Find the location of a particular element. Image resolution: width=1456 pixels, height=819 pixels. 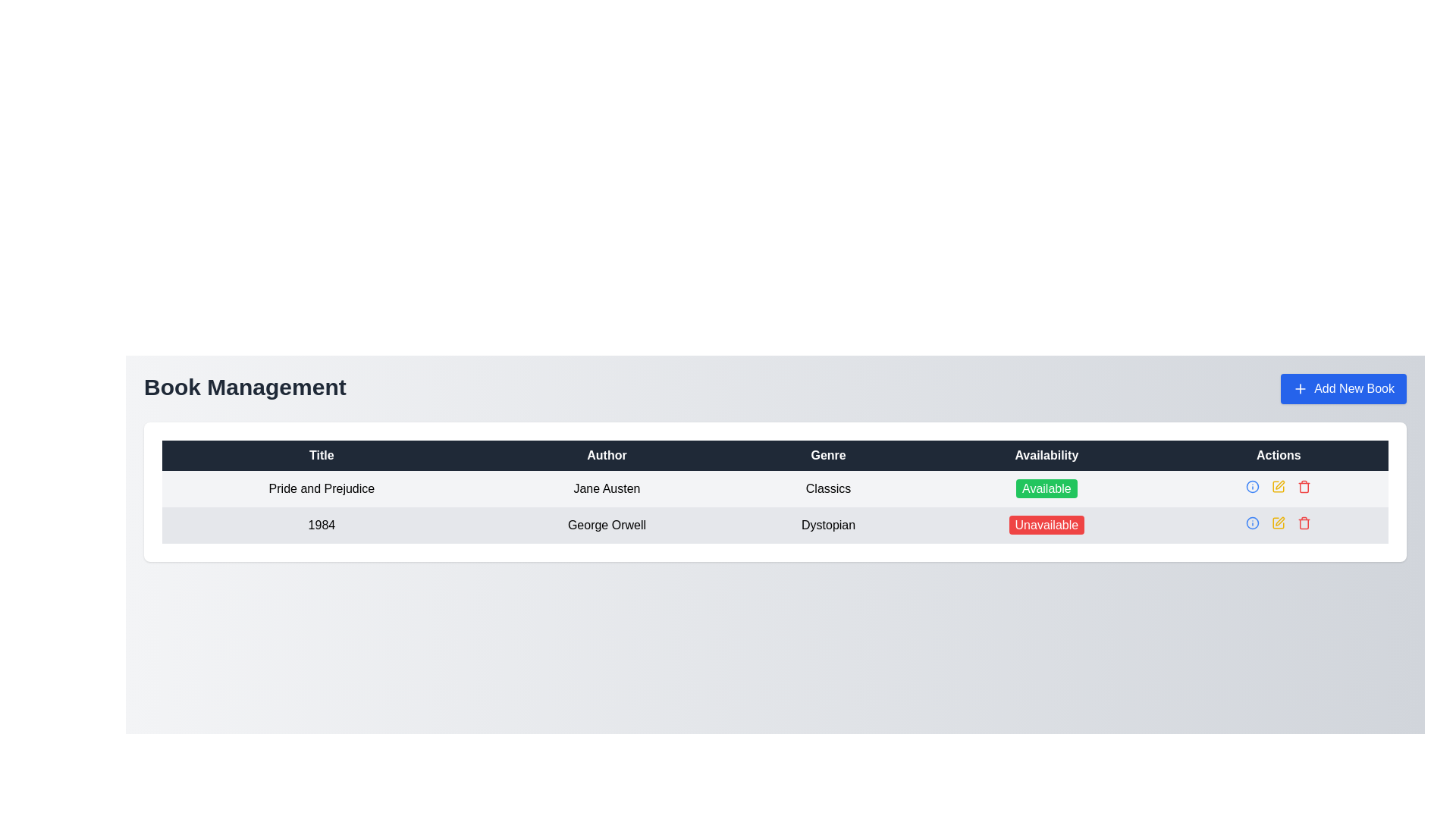

the delete button for the book '1984' located is located at coordinates (1304, 486).